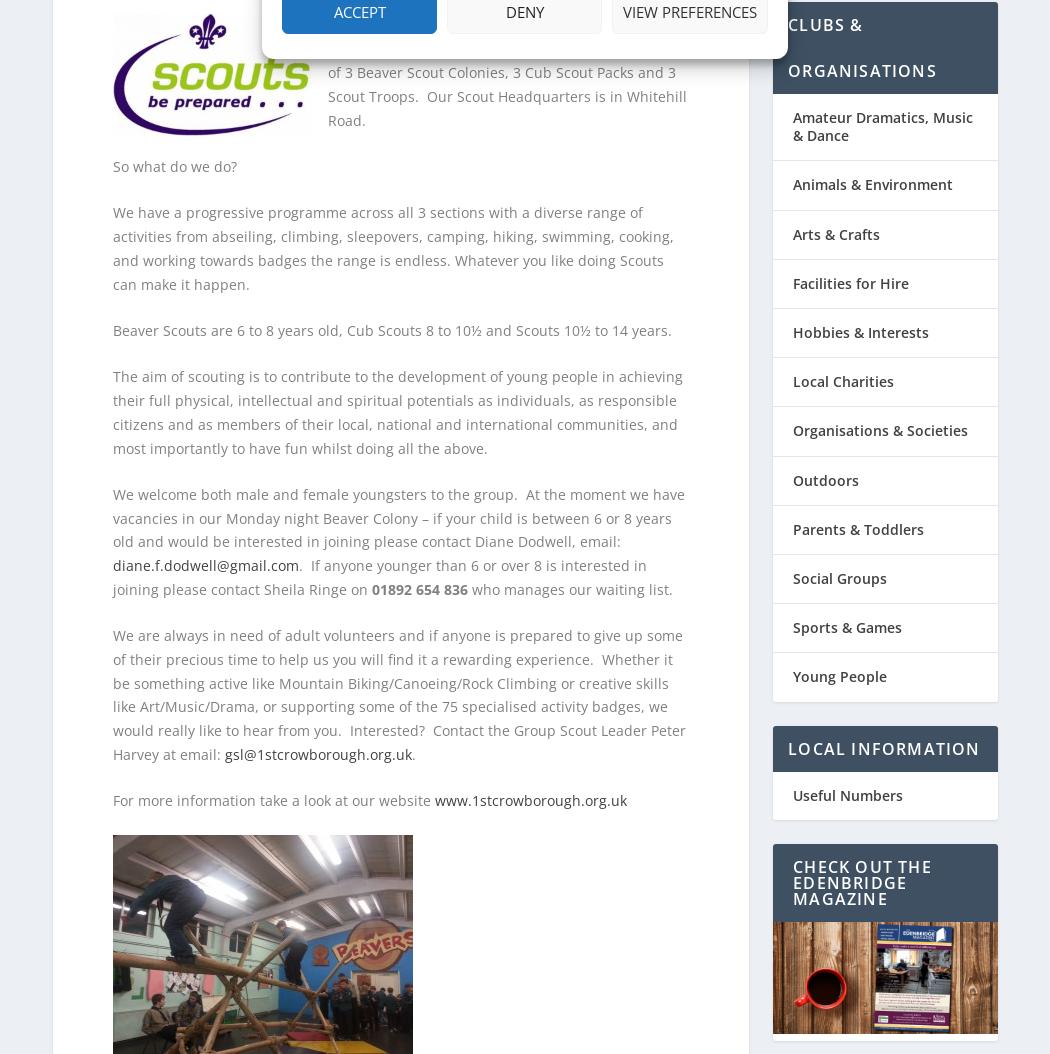  Describe the element at coordinates (851, 271) in the screenshot. I see `'Facilities for Hire'` at that location.